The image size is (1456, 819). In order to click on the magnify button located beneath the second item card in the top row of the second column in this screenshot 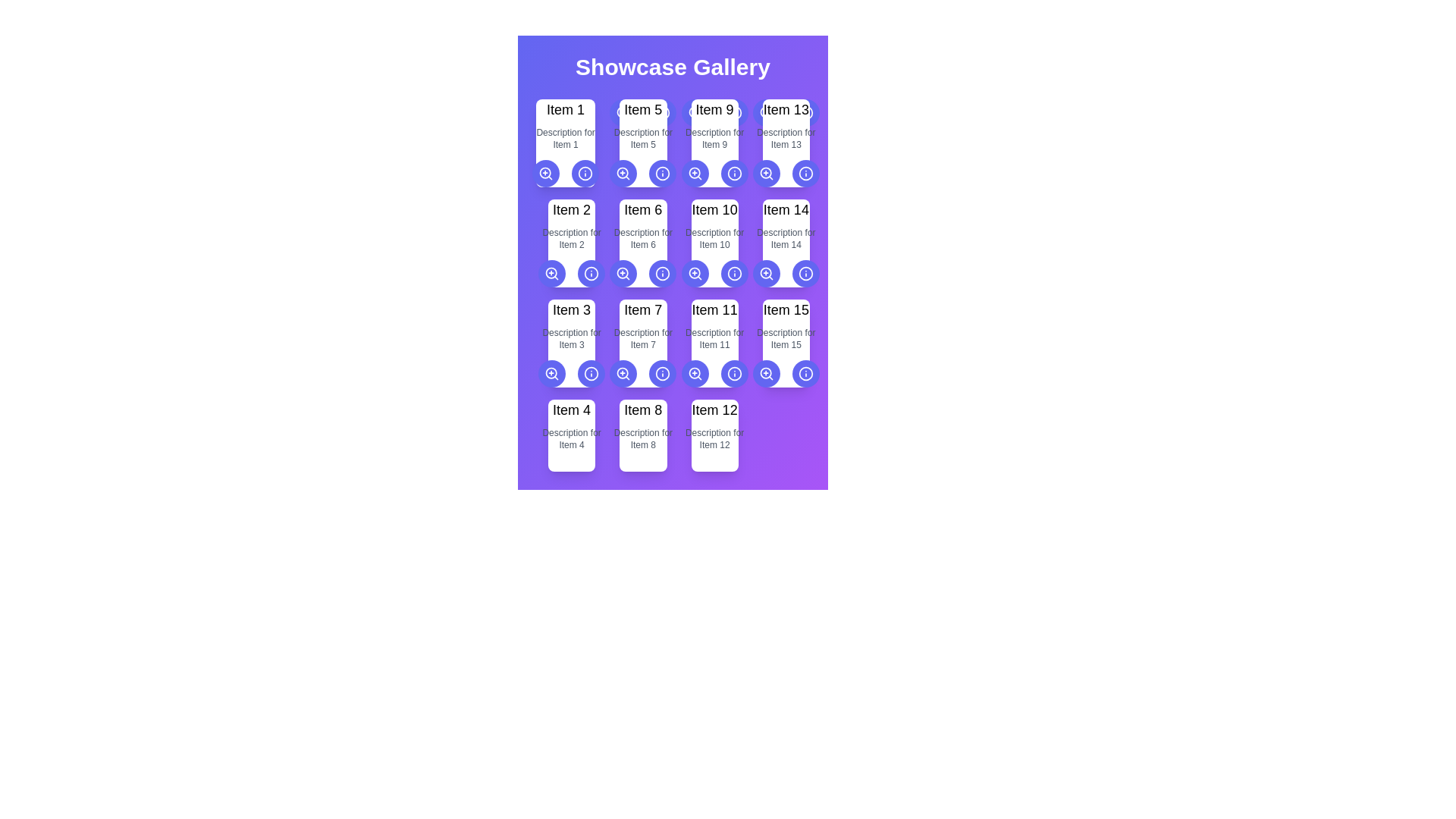, I will do `click(551, 274)`.